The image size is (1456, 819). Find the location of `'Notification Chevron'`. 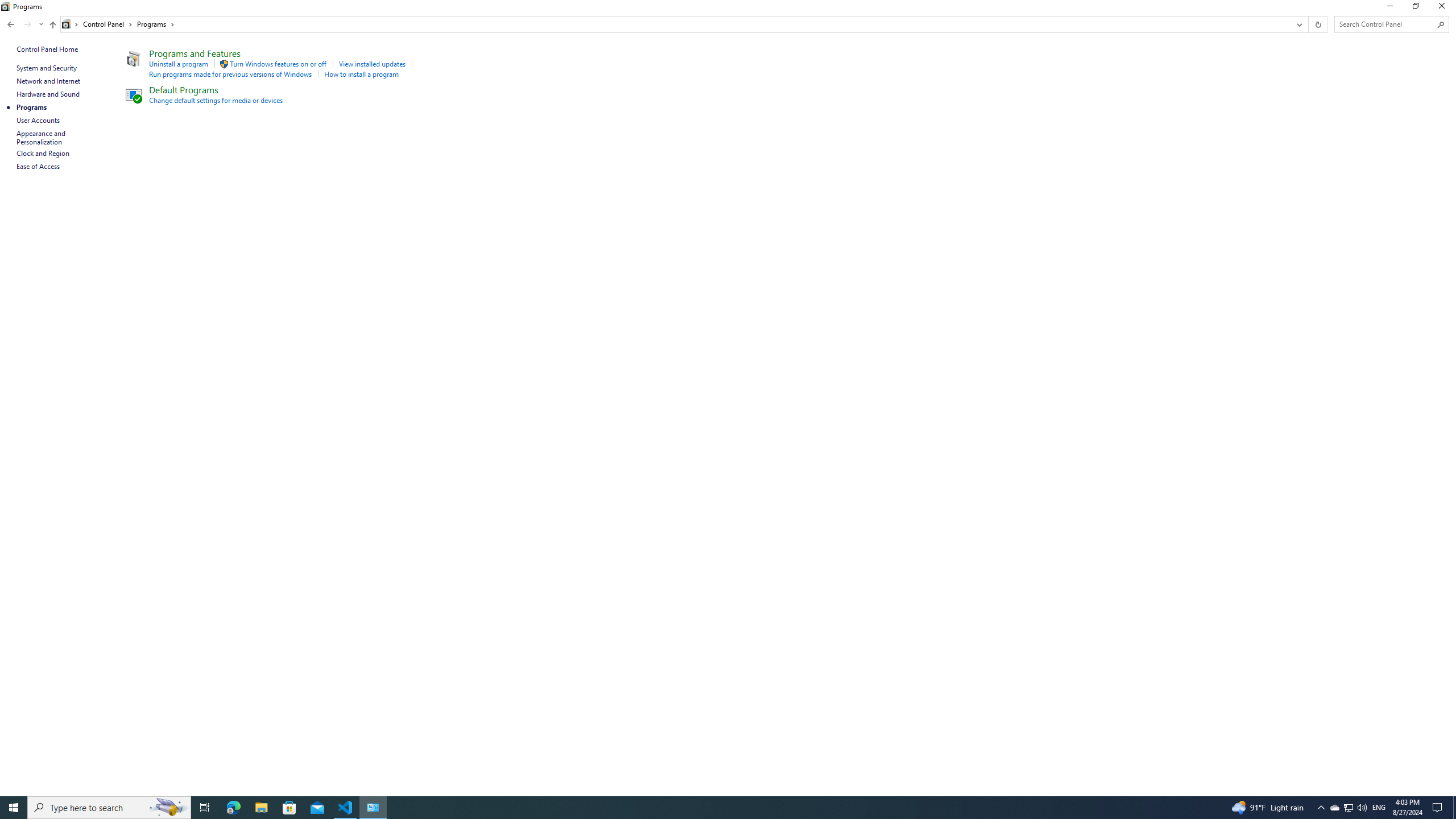

'Notification Chevron' is located at coordinates (1321, 806).